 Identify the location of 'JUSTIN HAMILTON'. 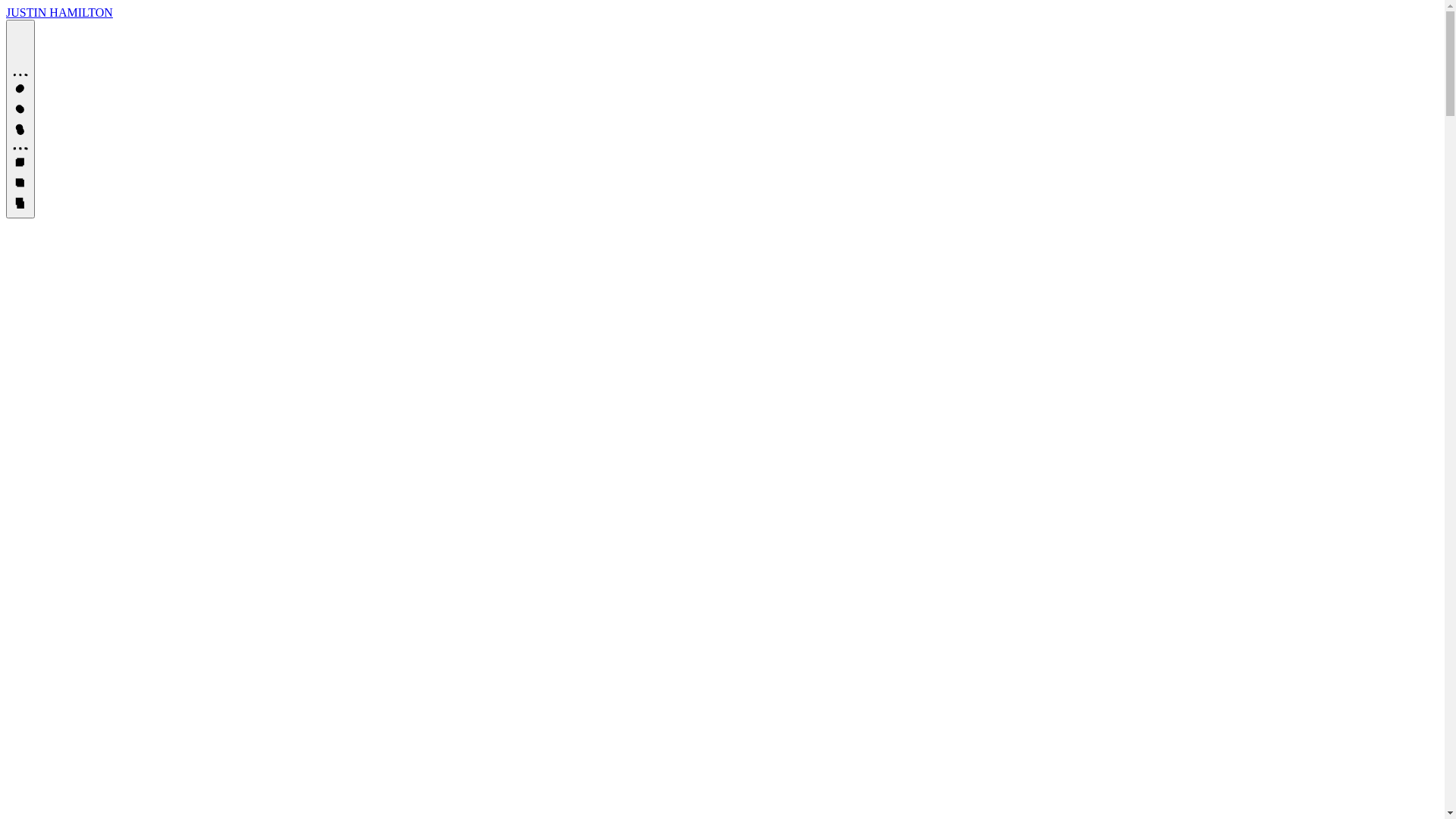
(59, 12).